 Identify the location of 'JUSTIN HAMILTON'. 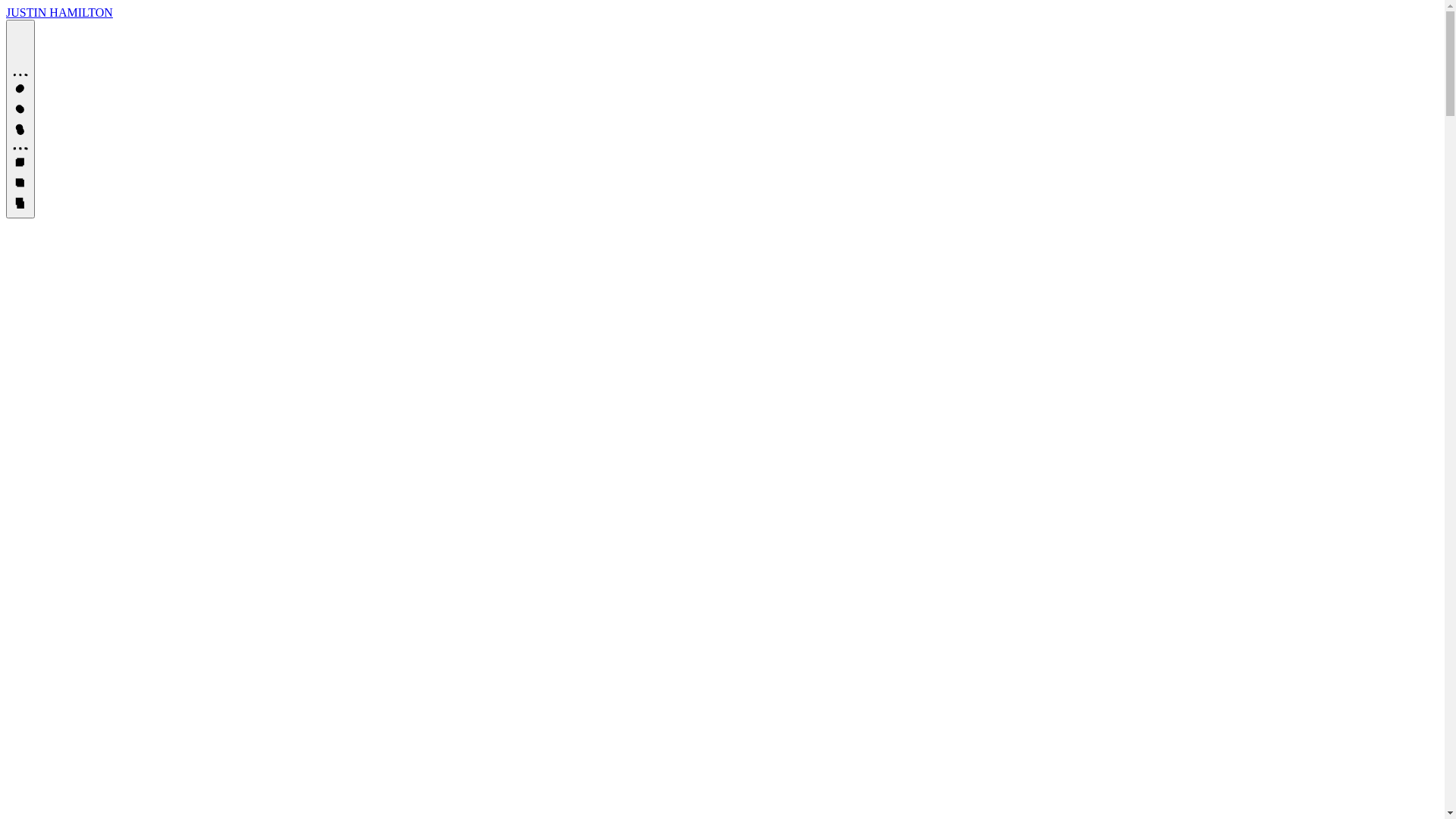
(59, 12).